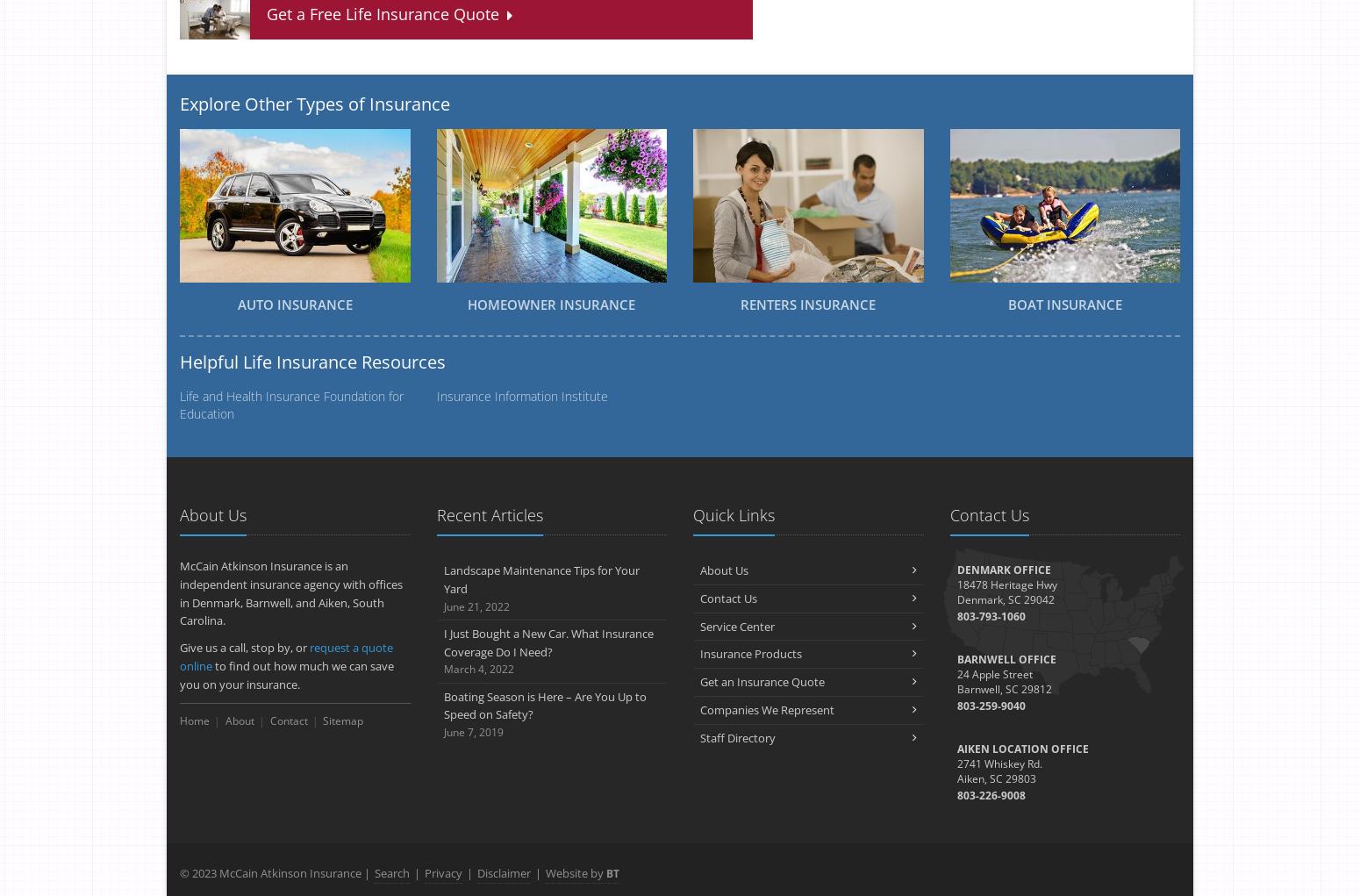  I want to click on 'Homeowner Insurance', so click(467, 304).